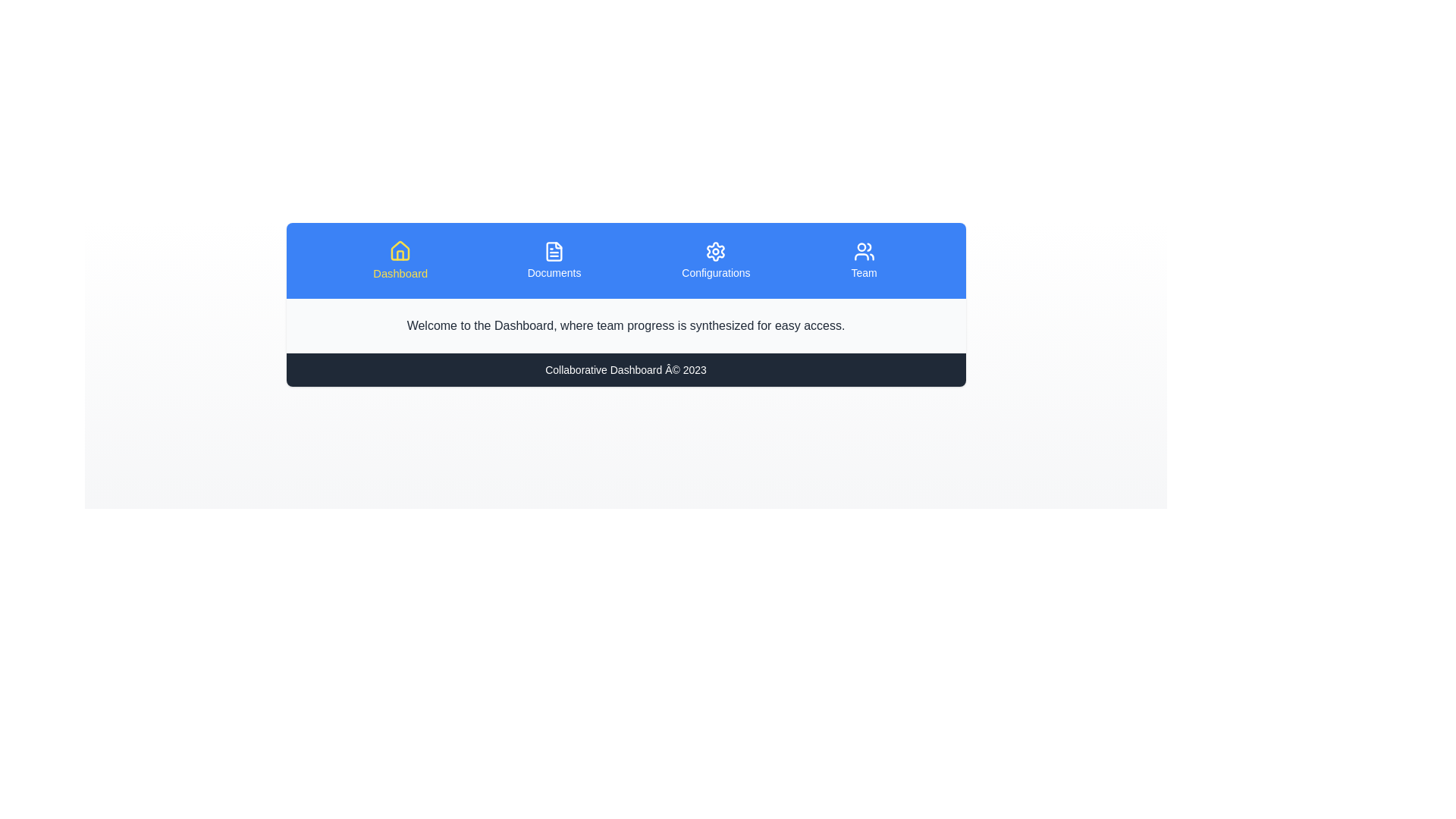  I want to click on the tab labeled Configurations, so click(715, 259).